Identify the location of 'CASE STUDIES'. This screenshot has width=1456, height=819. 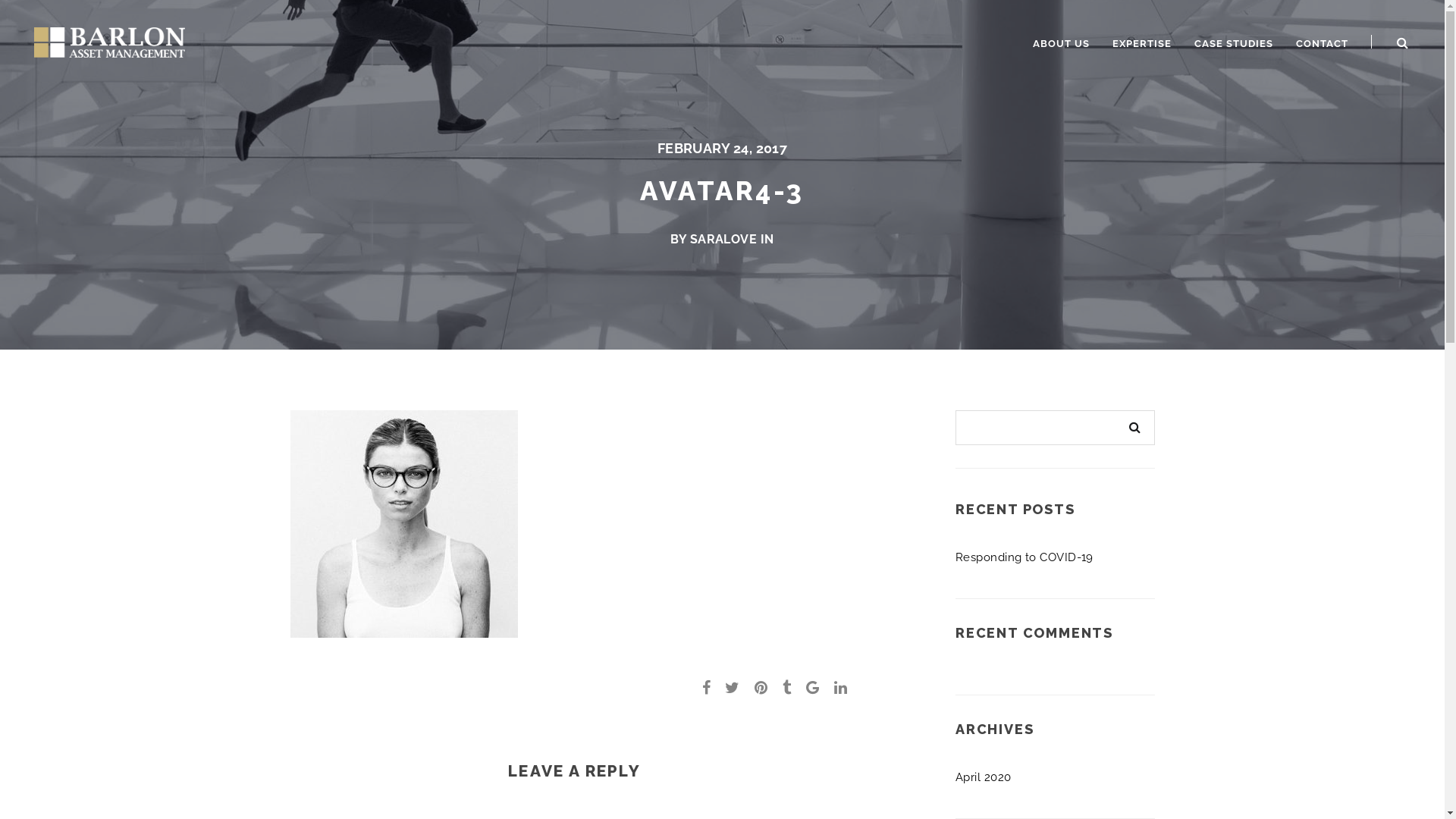
(1234, 42).